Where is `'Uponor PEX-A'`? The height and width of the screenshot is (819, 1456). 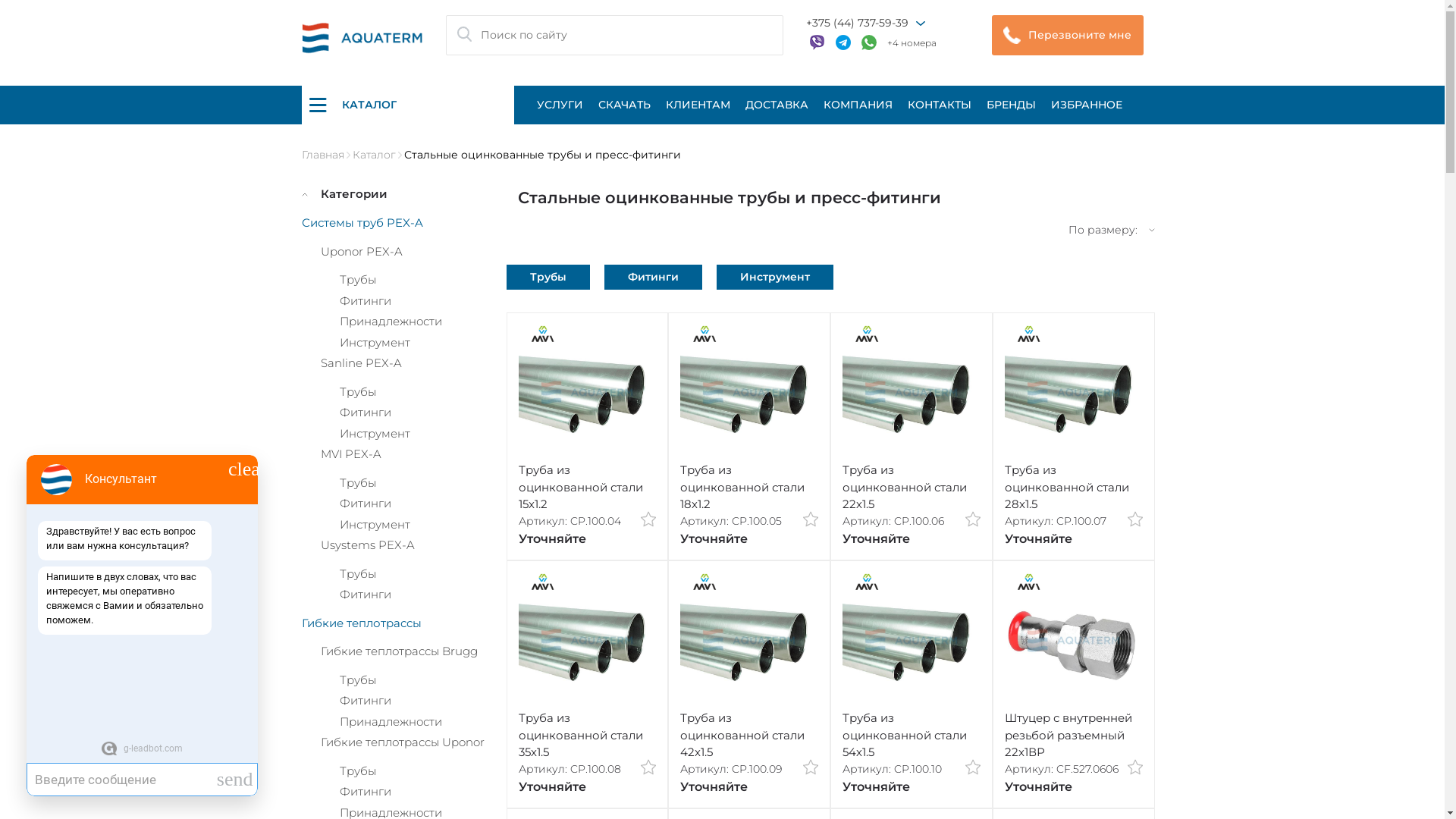
'Uponor PEX-A' is located at coordinates (359, 250).